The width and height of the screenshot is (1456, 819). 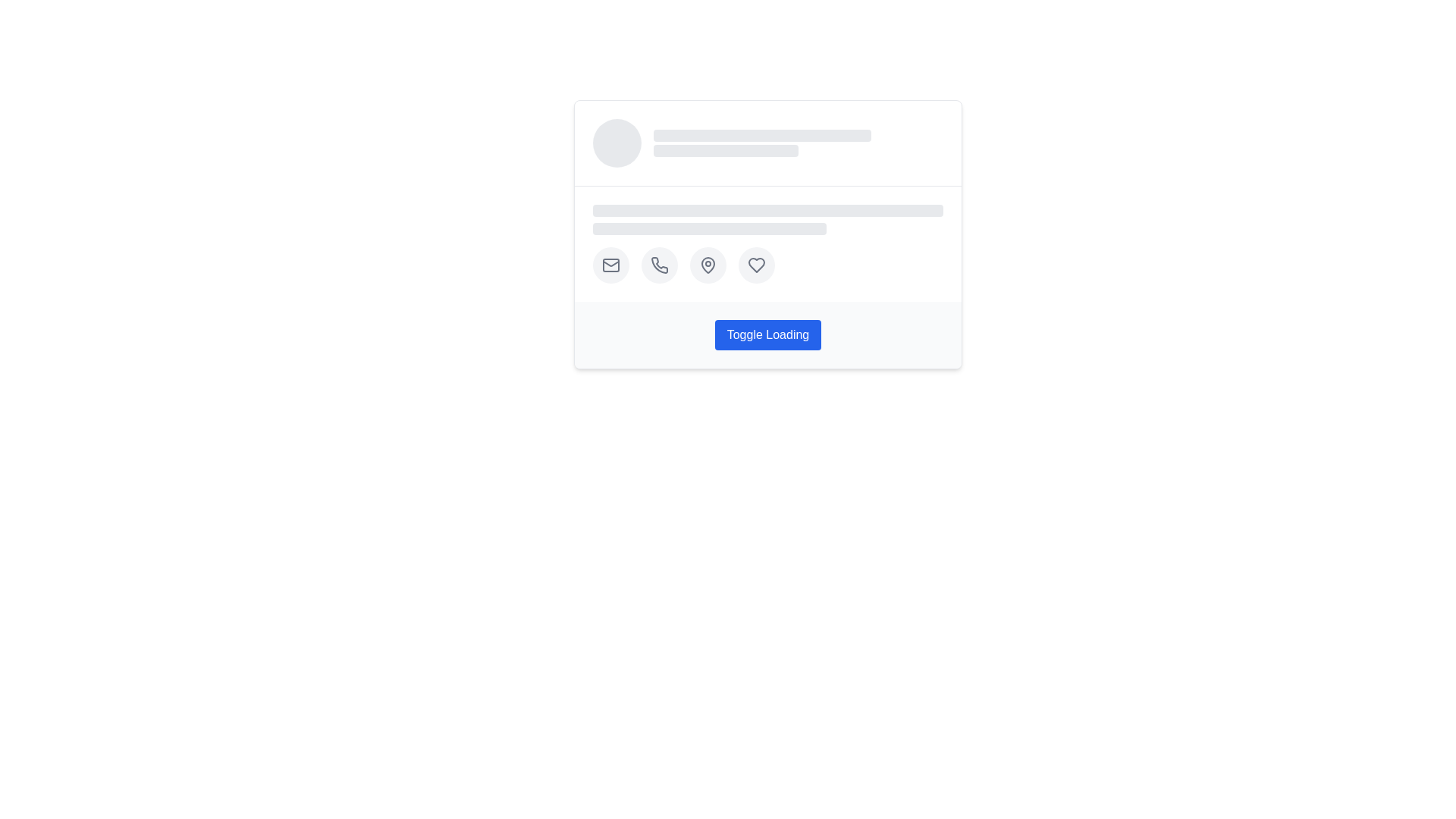 What do you see at coordinates (762, 134) in the screenshot?
I see `the first Skeleton Placeholder element, which is a rounded rectangle with a gray background, styled as a loading skeleton` at bounding box center [762, 134].